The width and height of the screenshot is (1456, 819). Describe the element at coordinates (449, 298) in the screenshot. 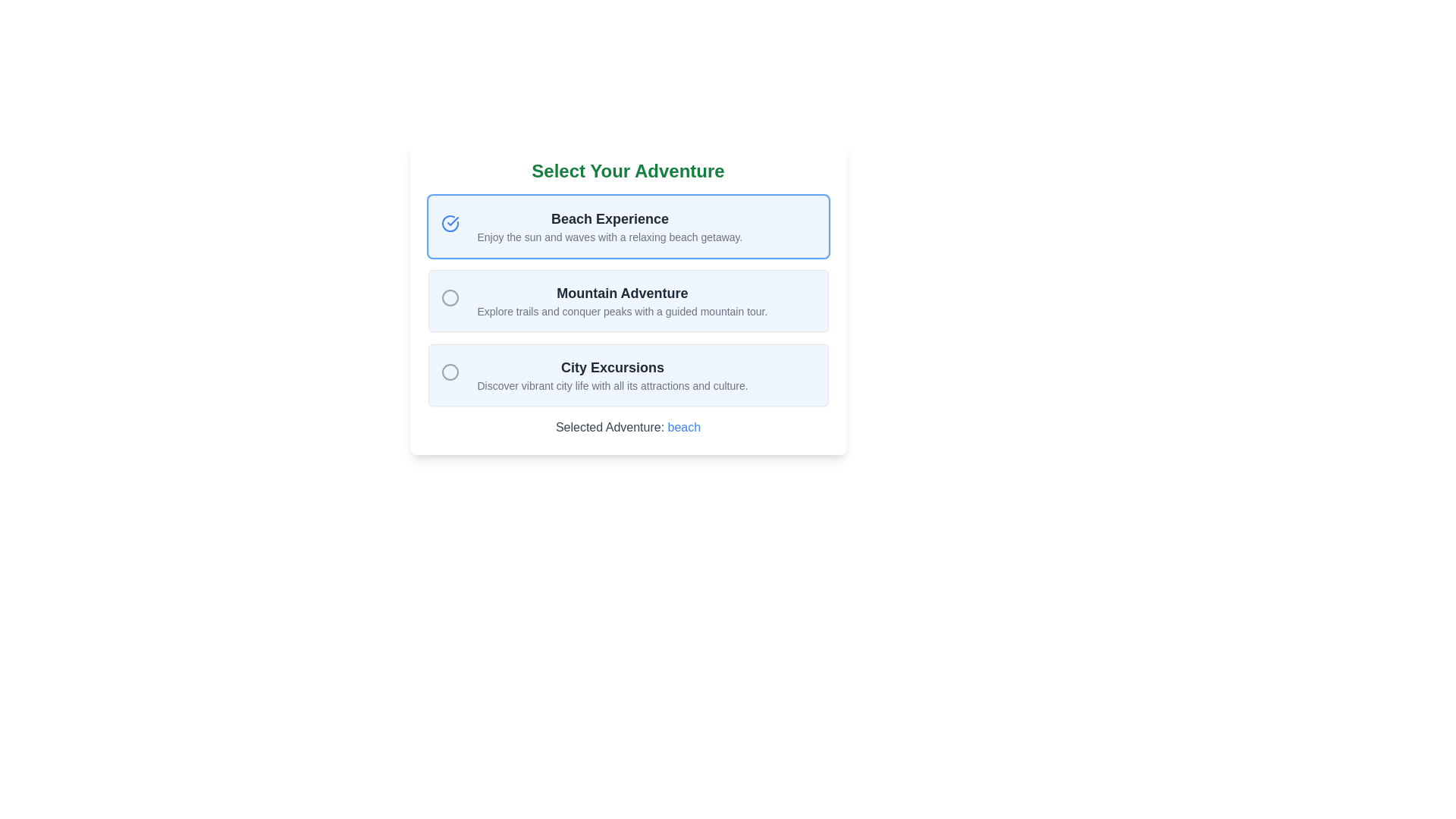

I see `the radio button for 'Mountain Adventure', which is a circular icon with a gray border and a white background located to the left of the option` at that location.